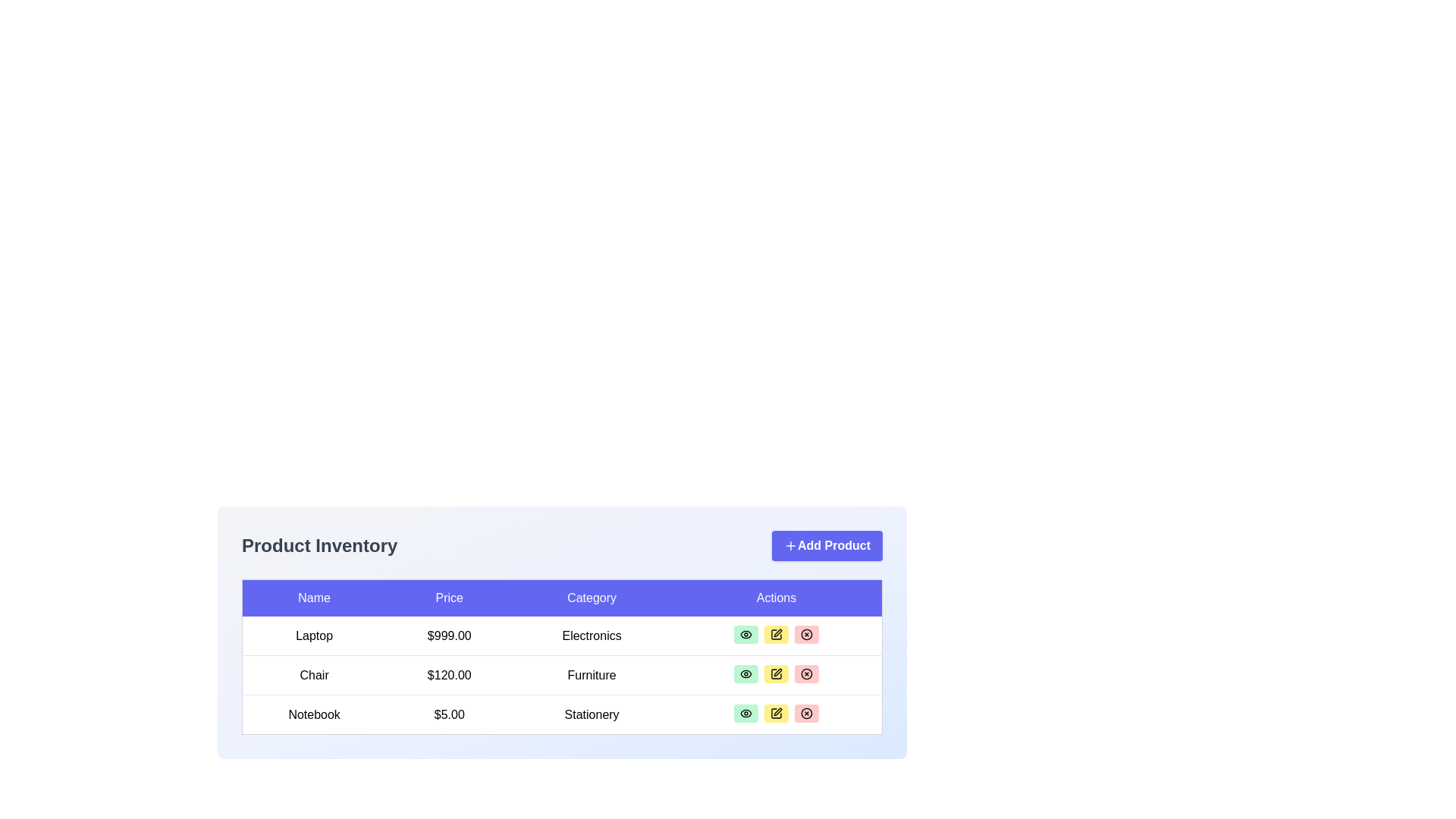 This screenshot has height=819, width=1456. What do you see at coordinates (745, 673) in the screenshot?
I see `the first icon button on the left in the 'Actions' column for the 'Chair' row` at bounding box center [745, 673].